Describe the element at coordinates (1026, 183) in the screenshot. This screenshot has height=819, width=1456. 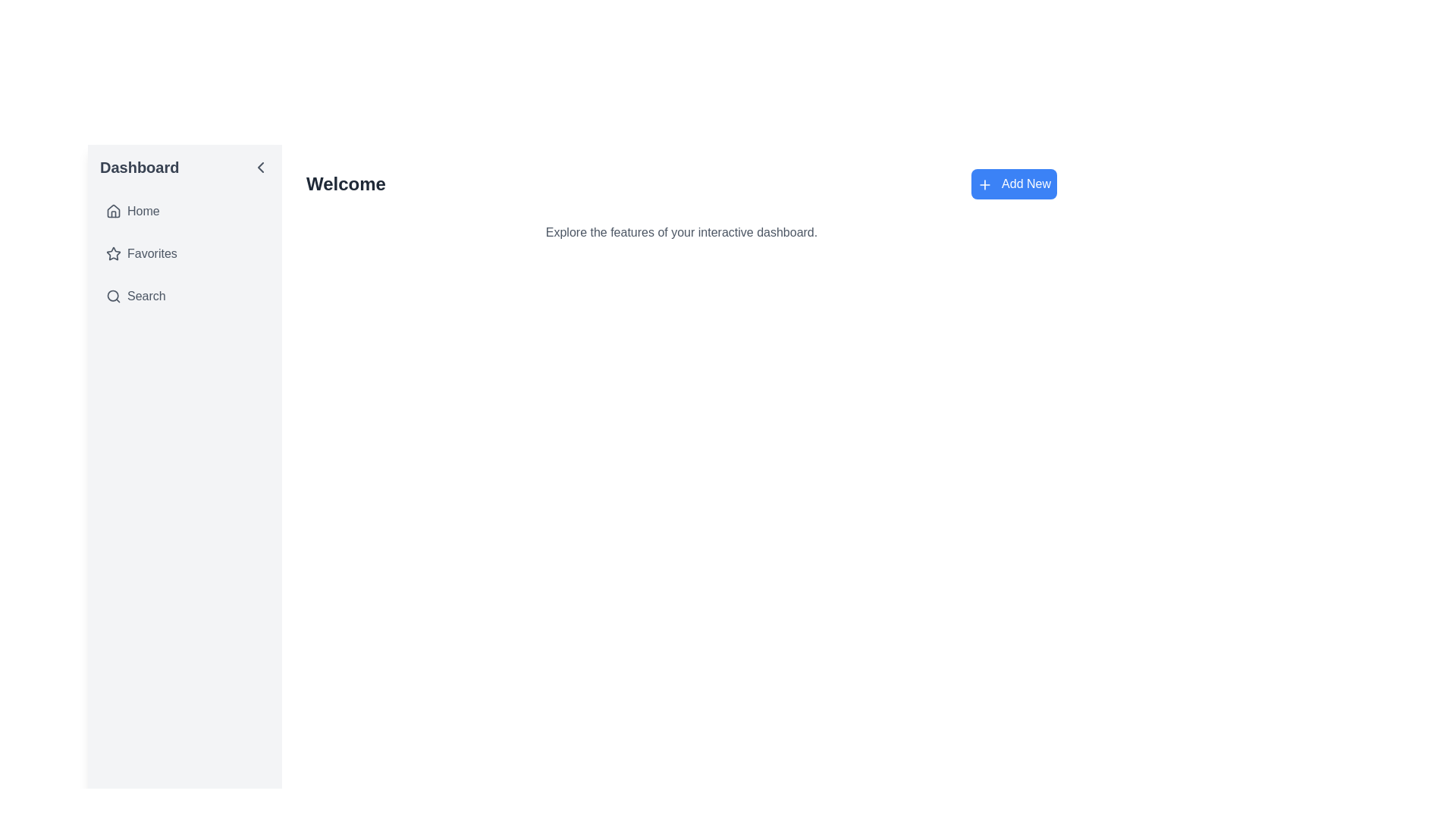
I see `text from the 'Add New' label, which is displayed in white color within a blue button, located to the right of the '+' icon` at that location.